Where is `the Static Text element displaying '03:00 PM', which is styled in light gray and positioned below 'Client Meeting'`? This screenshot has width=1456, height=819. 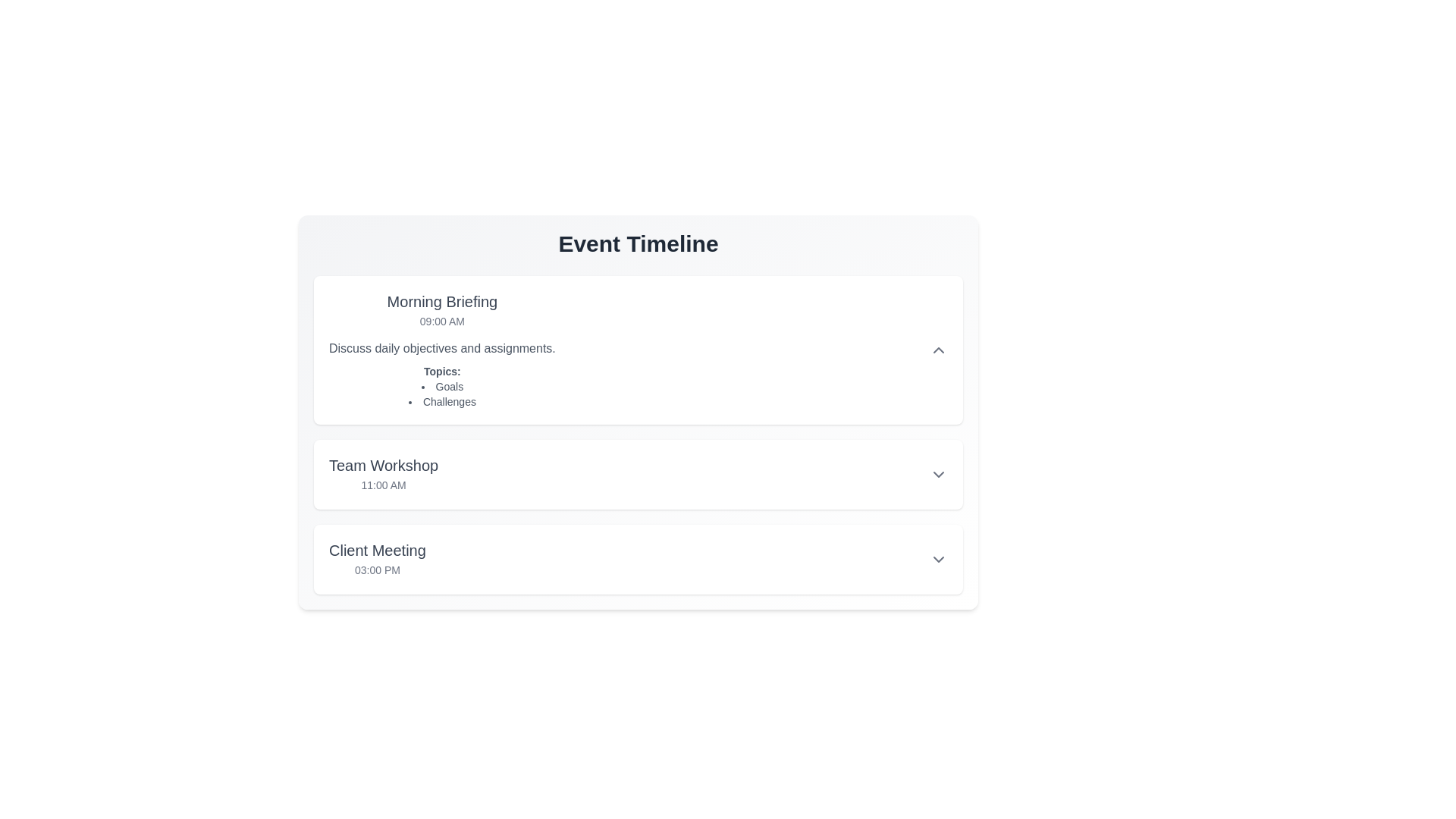 the Static Text element displaying '03:00 PM', which is styled in light gray and positioned below 'Client Meeting' is located at coordinates (377, 570).